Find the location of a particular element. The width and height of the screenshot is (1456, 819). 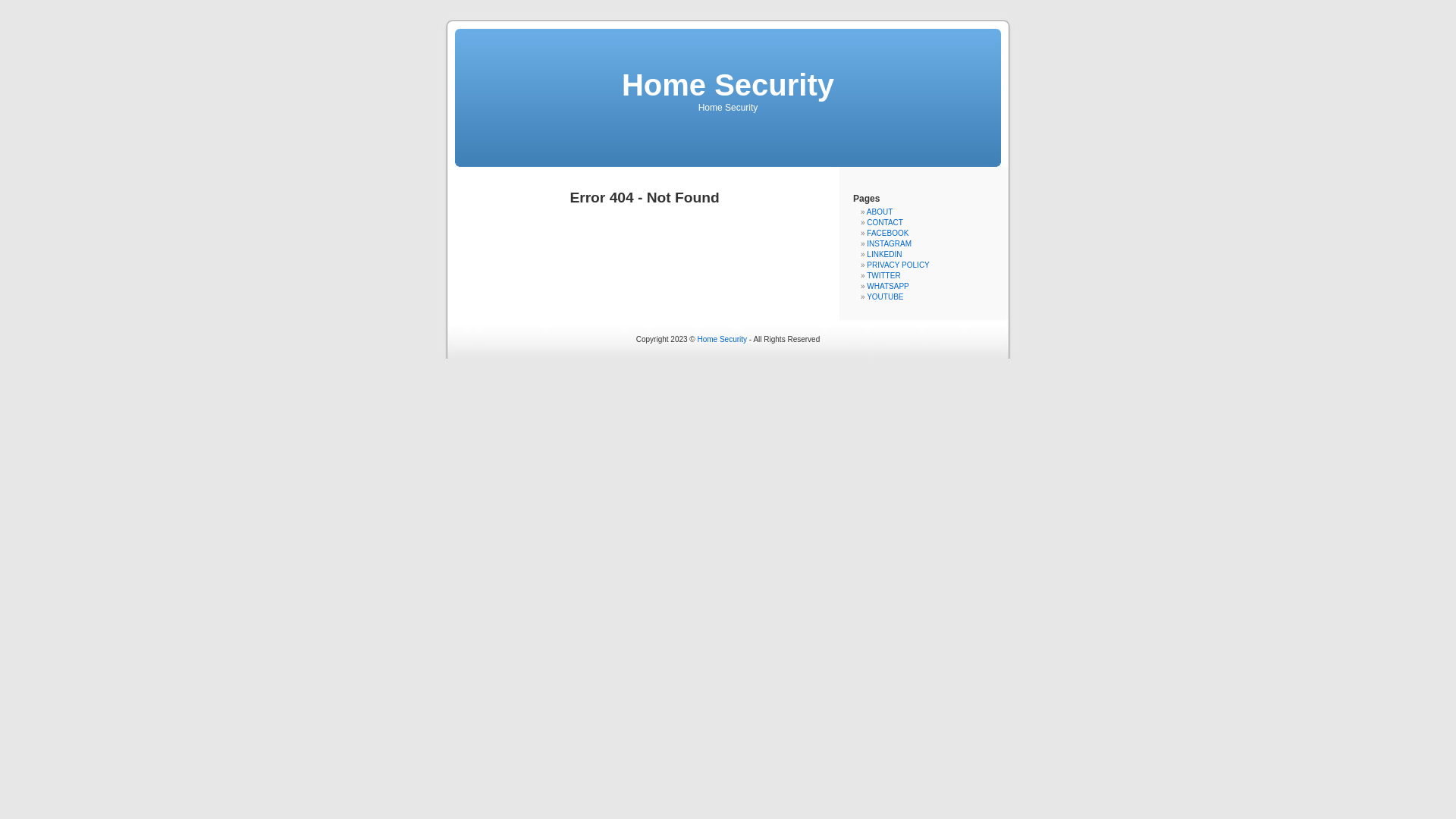

'CONTACT' is located at coordinates (884, 222).